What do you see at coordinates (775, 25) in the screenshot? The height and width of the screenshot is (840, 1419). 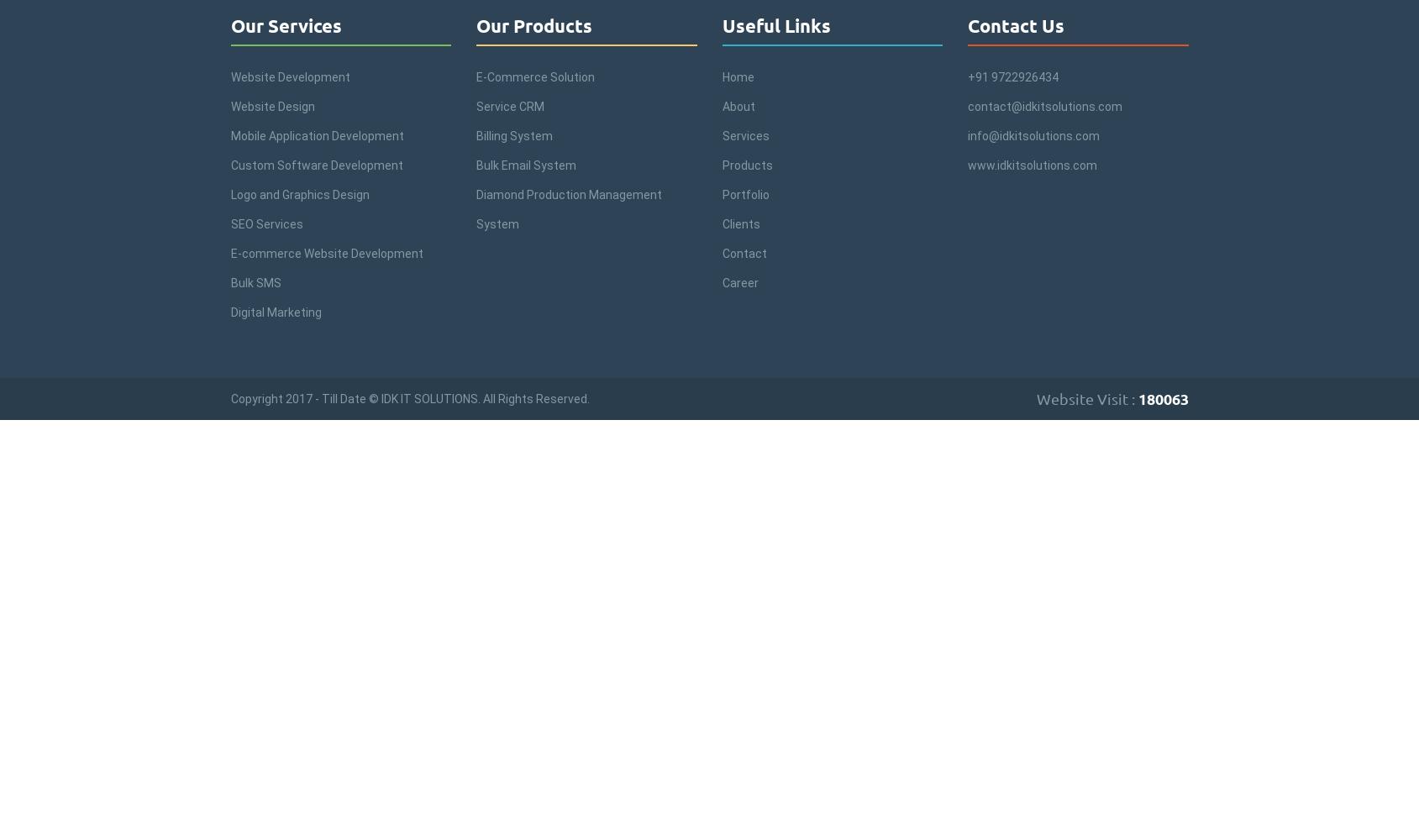 I see `'Useful Links'` at bounding box center [775, 25].